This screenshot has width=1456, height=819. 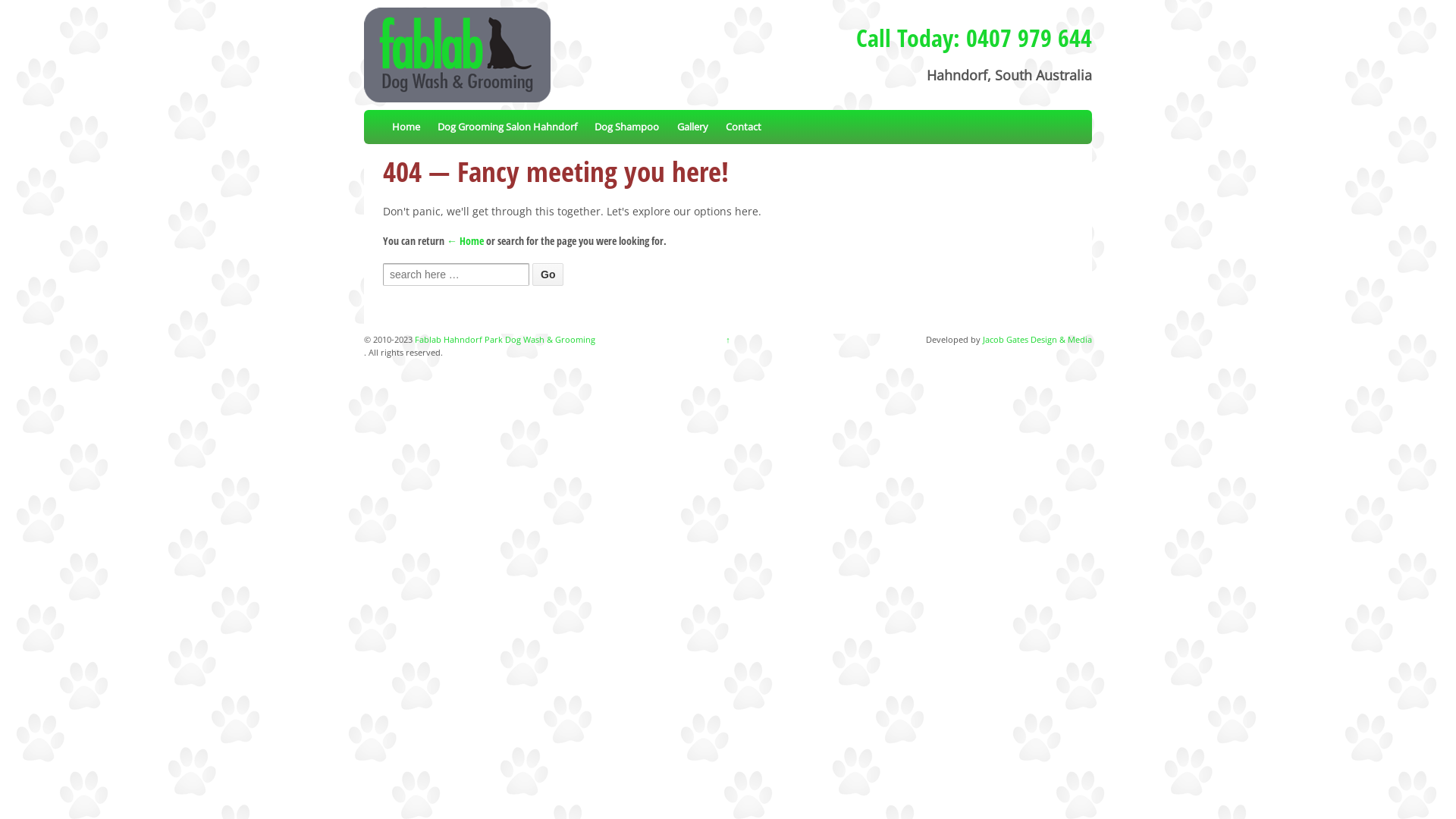 I want to click on 'Gallery', so click(x=691, y=126).